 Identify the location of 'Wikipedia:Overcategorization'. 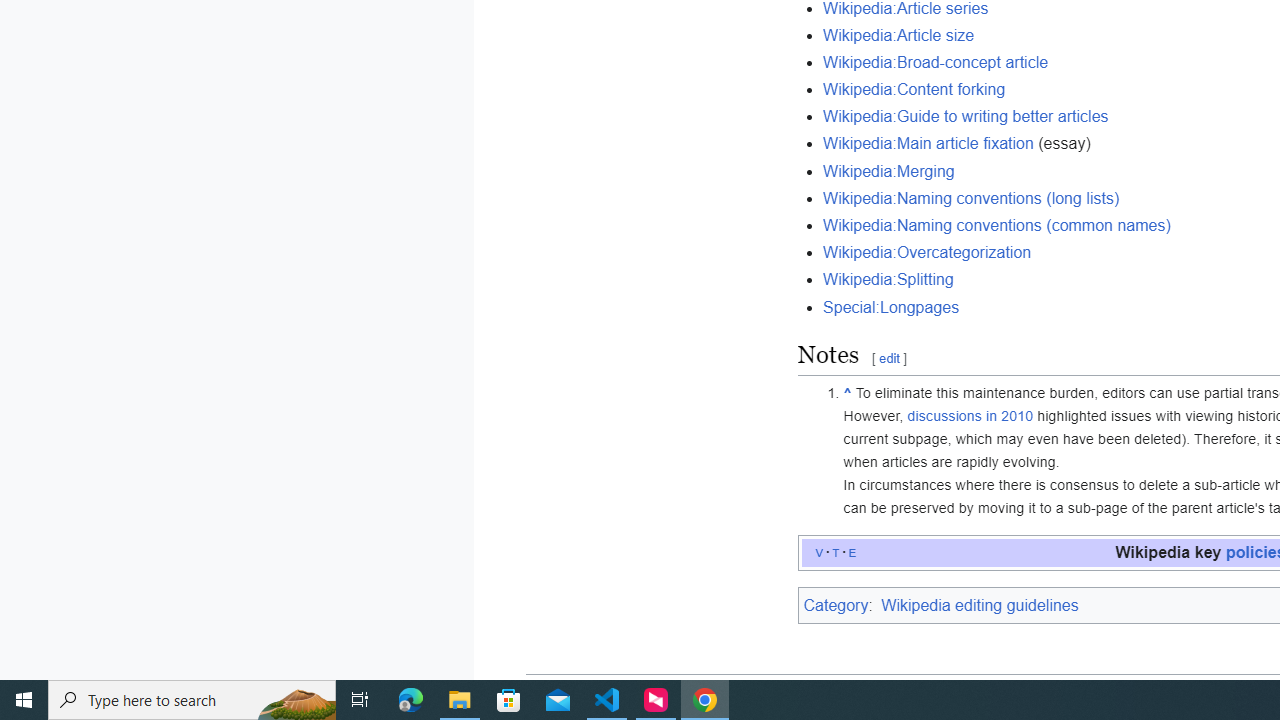
(926, 252).